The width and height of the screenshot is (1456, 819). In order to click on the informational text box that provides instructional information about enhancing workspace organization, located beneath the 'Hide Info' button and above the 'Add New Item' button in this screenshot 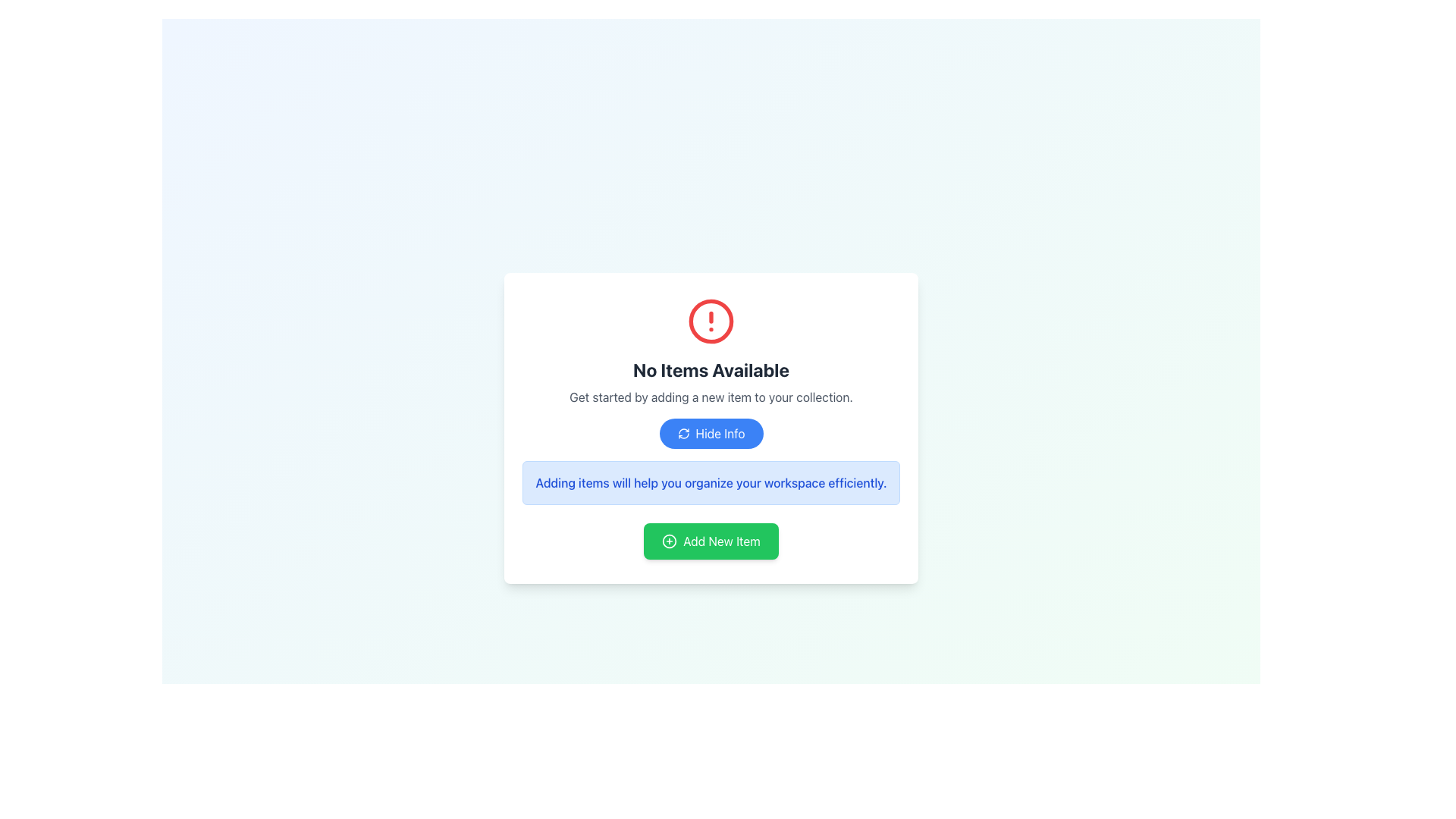, I will do `click(710, 482)`.